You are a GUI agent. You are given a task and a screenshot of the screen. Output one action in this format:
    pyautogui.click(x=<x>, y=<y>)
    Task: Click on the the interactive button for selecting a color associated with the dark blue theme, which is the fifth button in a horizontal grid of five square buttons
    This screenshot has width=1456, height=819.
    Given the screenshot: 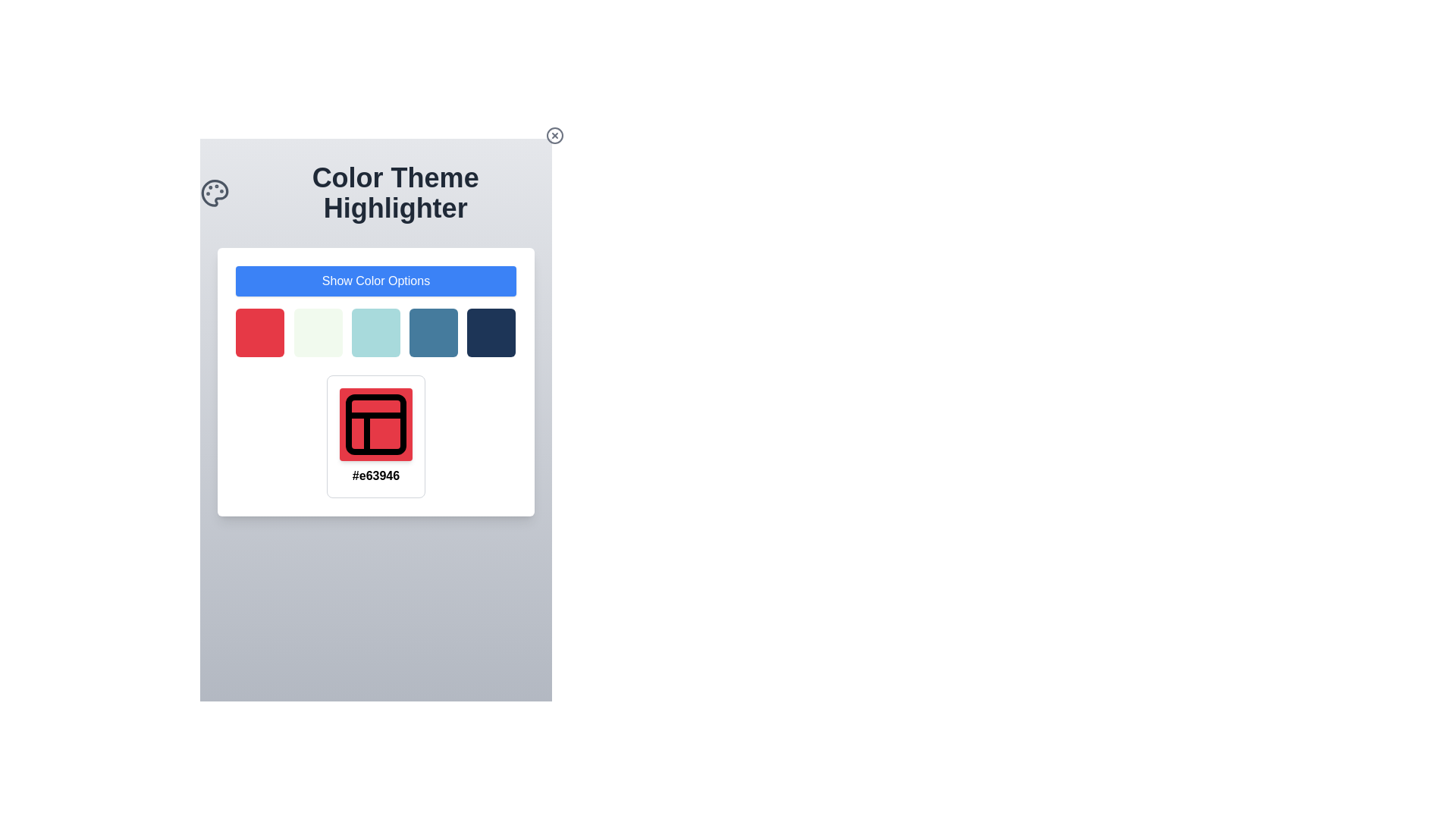 What is the action you would take?
    pyautogui.click(x=491, y=332)
    